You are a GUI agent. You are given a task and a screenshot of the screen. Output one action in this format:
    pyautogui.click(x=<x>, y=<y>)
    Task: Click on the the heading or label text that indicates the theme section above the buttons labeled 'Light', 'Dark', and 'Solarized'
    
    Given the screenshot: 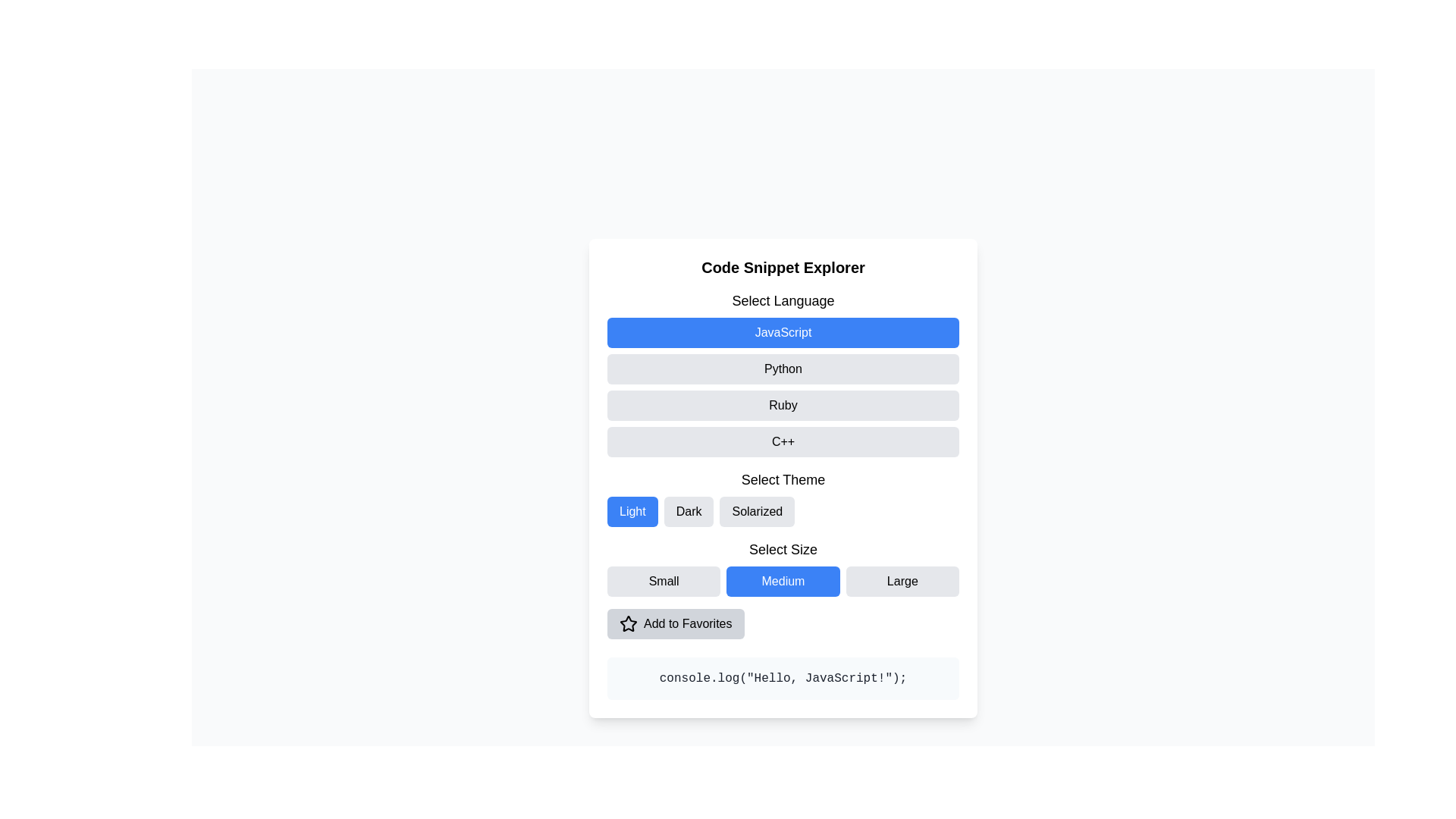 What is the action you would take?
    pyautogui.click(x=783, y=479)
    